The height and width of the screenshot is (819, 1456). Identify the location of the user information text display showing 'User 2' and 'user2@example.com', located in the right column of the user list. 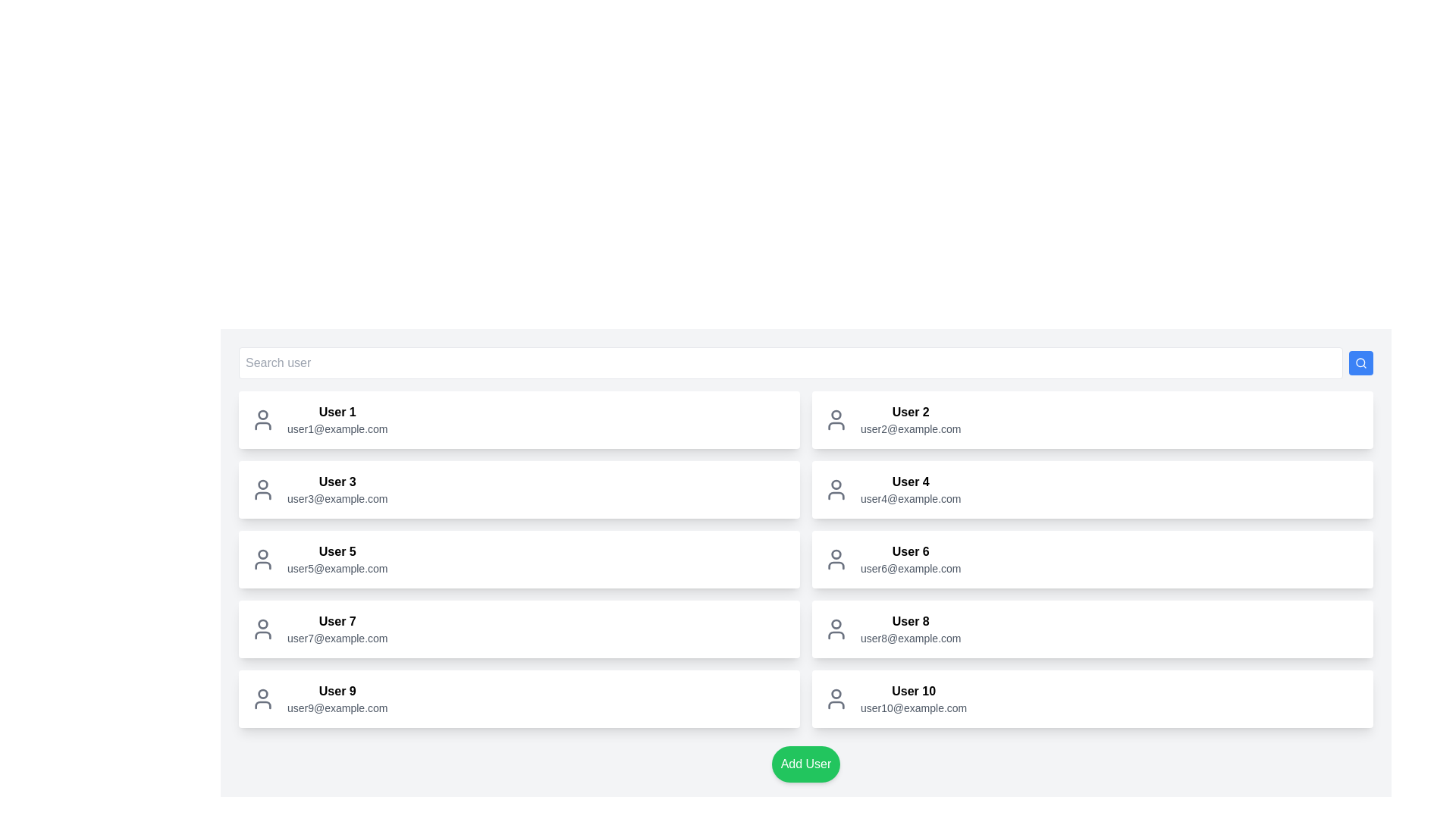
(910, 420).